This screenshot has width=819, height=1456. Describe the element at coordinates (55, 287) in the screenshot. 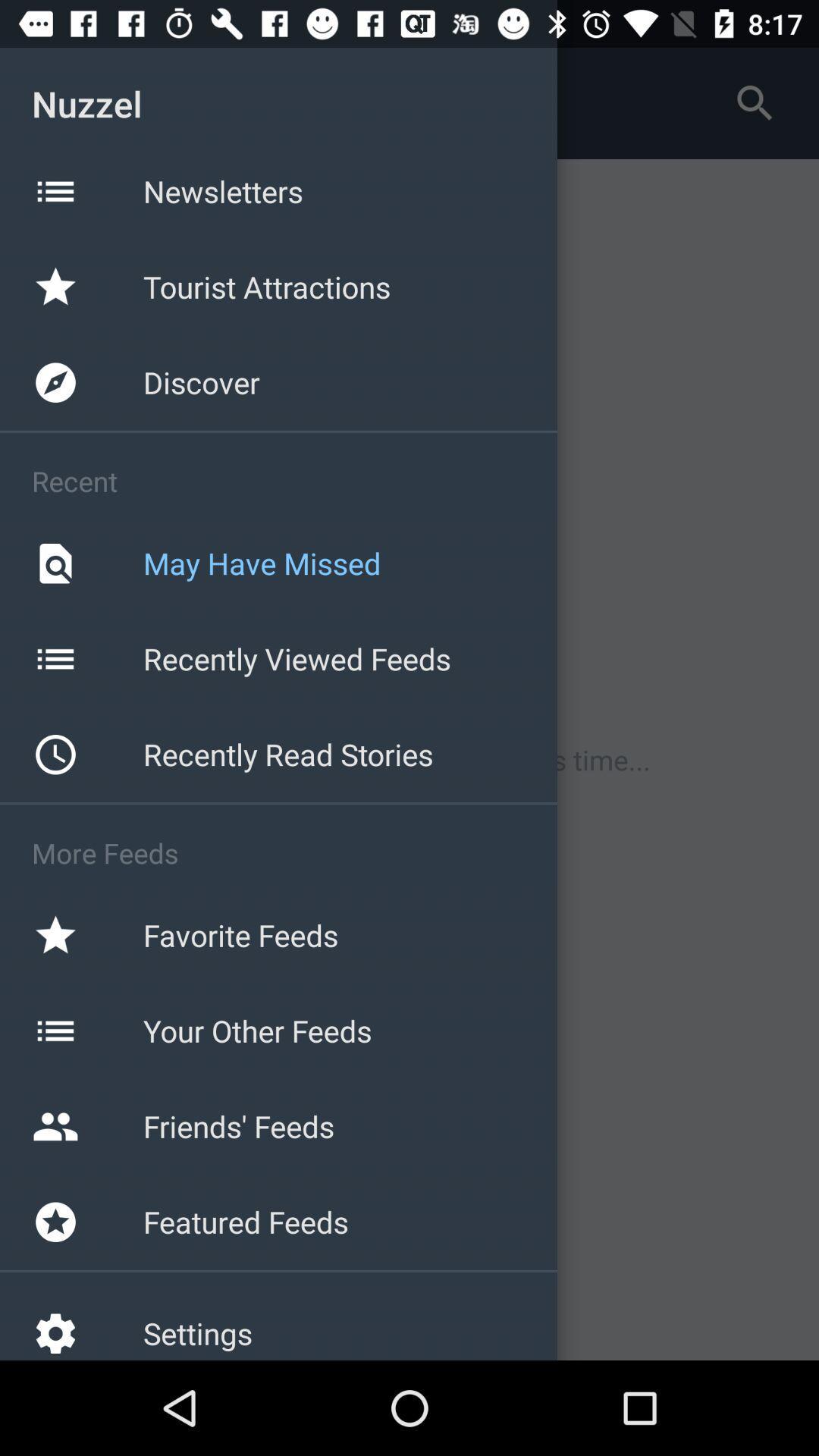

I see `the star icon on the web page` at that location.